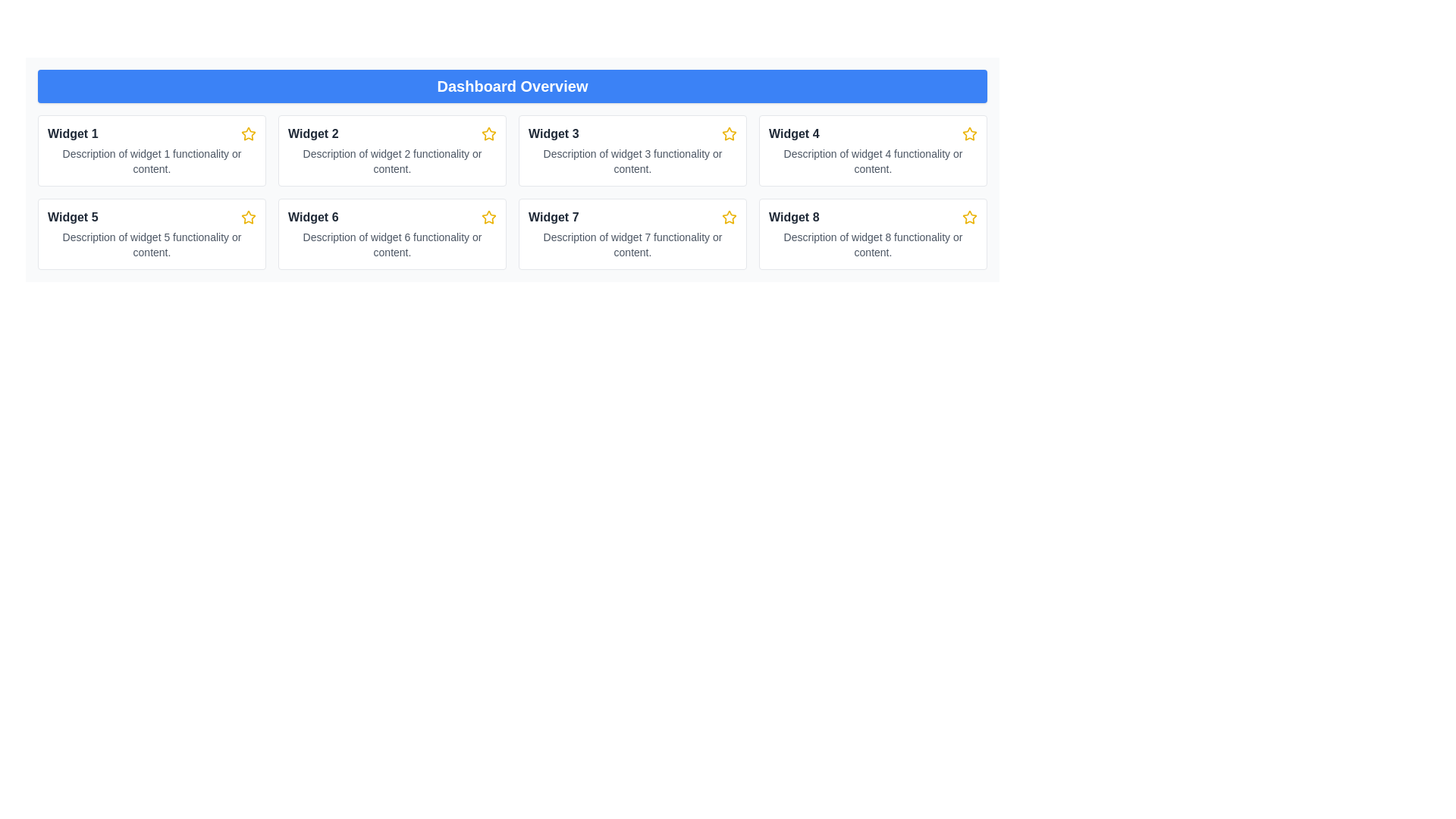  What do you see at coordinates (488, 217) in the screenshot?
I see `the star rating indicator icon located to the right of the text 'Widget 6'` at bounding box center [488, 217].